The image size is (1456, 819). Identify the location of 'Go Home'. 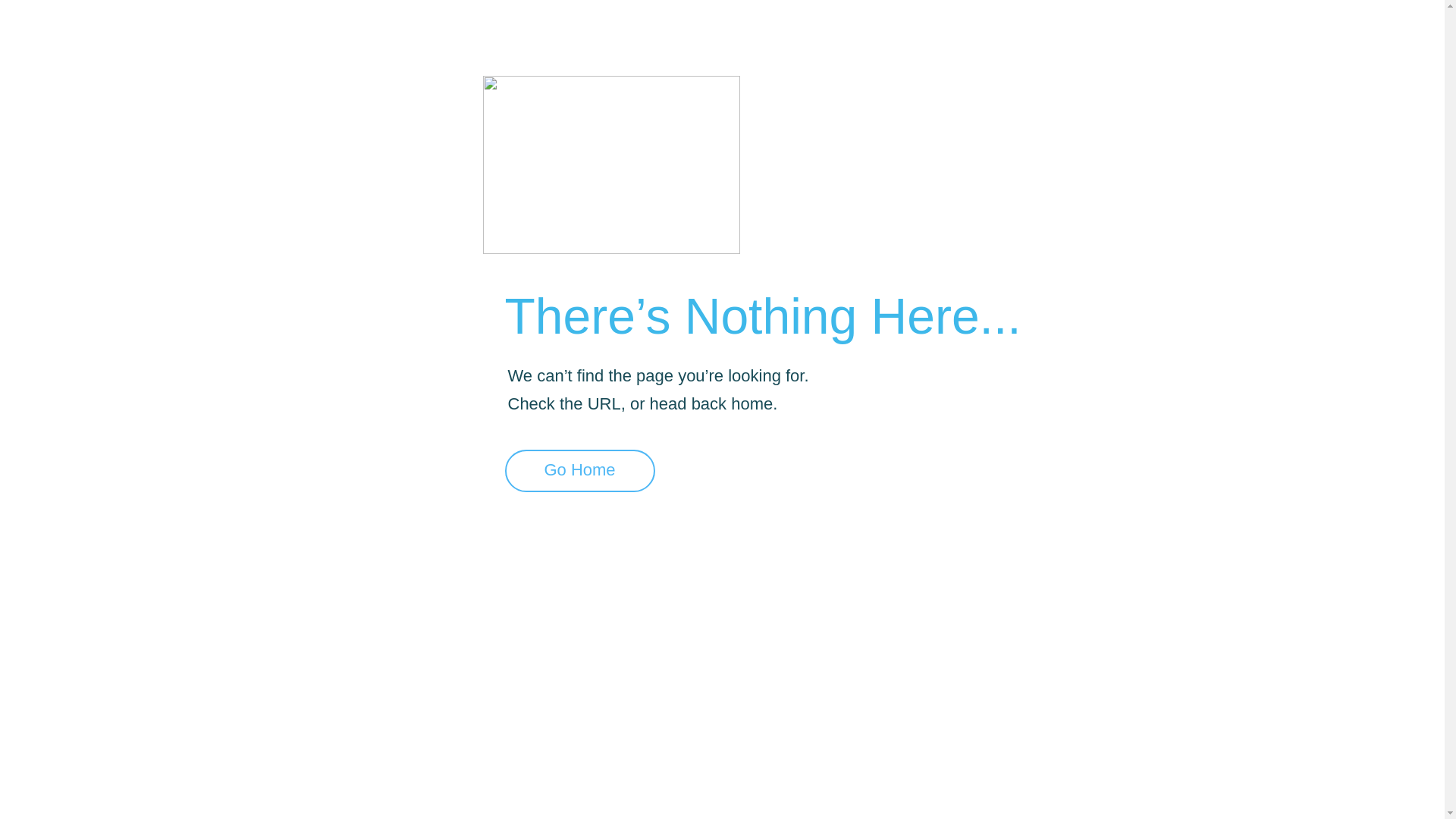
(579, 470).